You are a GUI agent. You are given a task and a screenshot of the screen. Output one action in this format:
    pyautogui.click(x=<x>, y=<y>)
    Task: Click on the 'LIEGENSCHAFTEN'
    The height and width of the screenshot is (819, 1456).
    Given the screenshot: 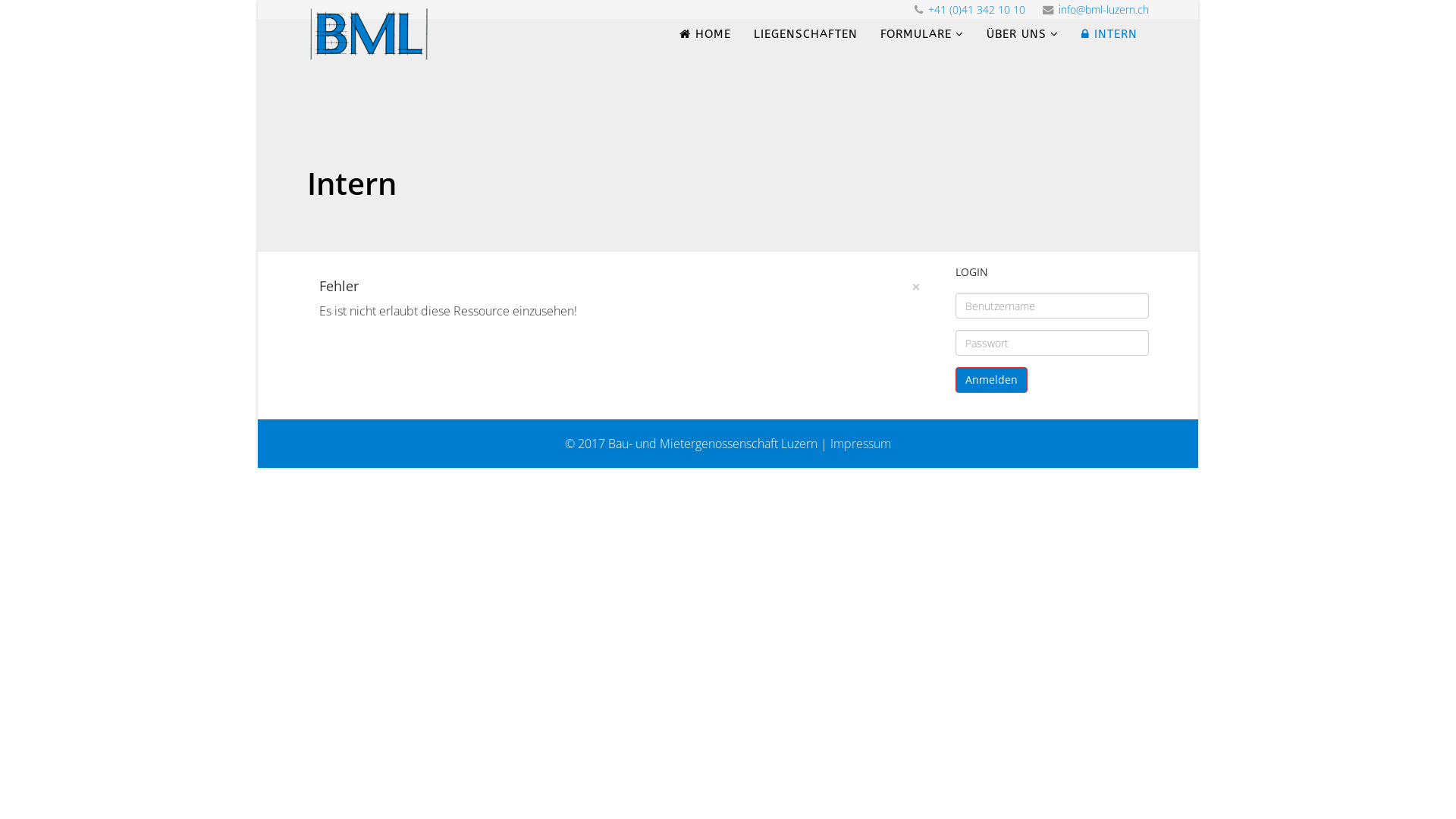 What is the action you would take?
    pyautogui.click(x=805, y=34)
    